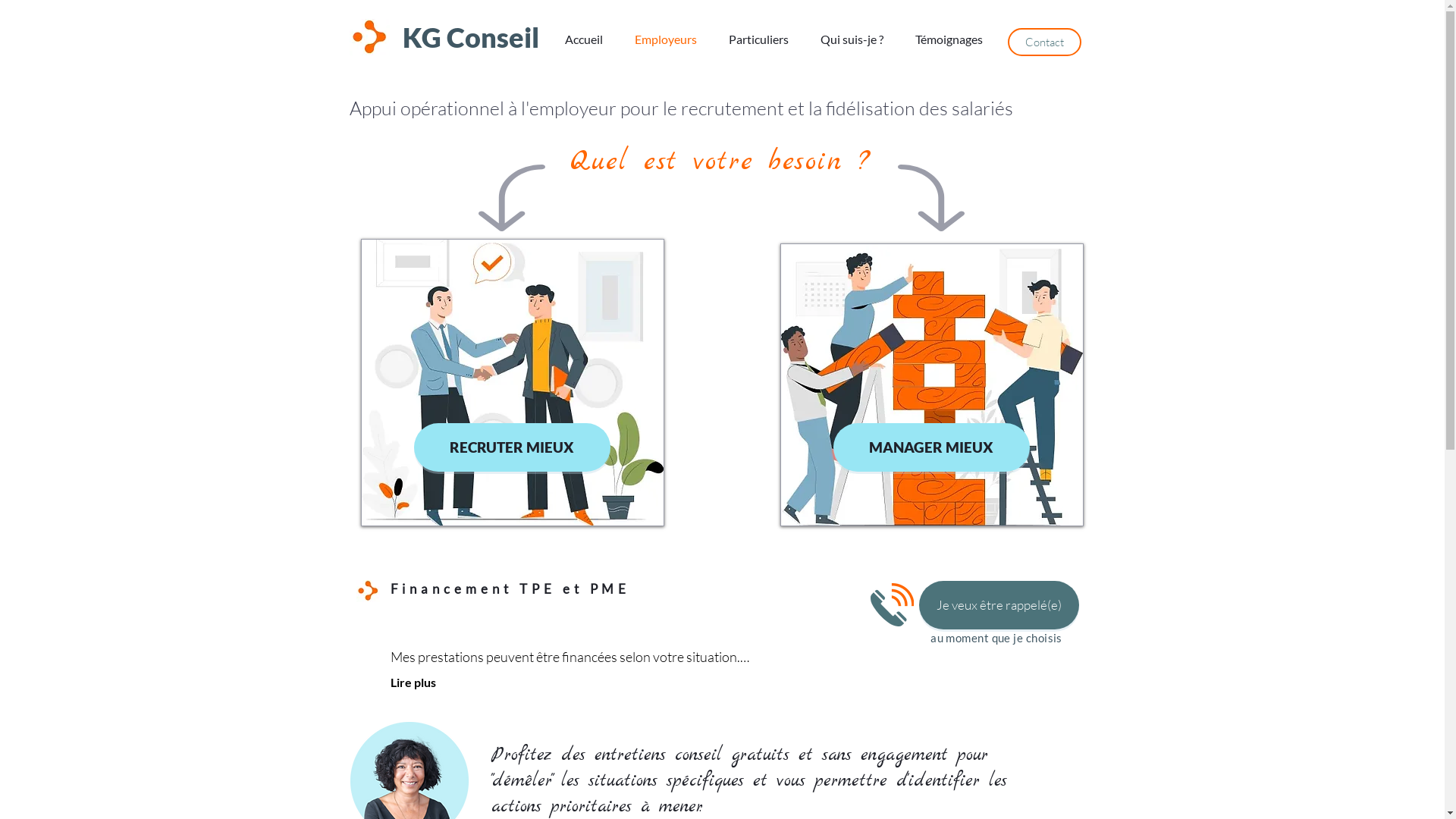 This screenshot has width=1456, height=819. What do you see at coordinates (930, 447) in the screenshot?
I see `'MANAGER MIEUX'` at bounding box center [930, 447].